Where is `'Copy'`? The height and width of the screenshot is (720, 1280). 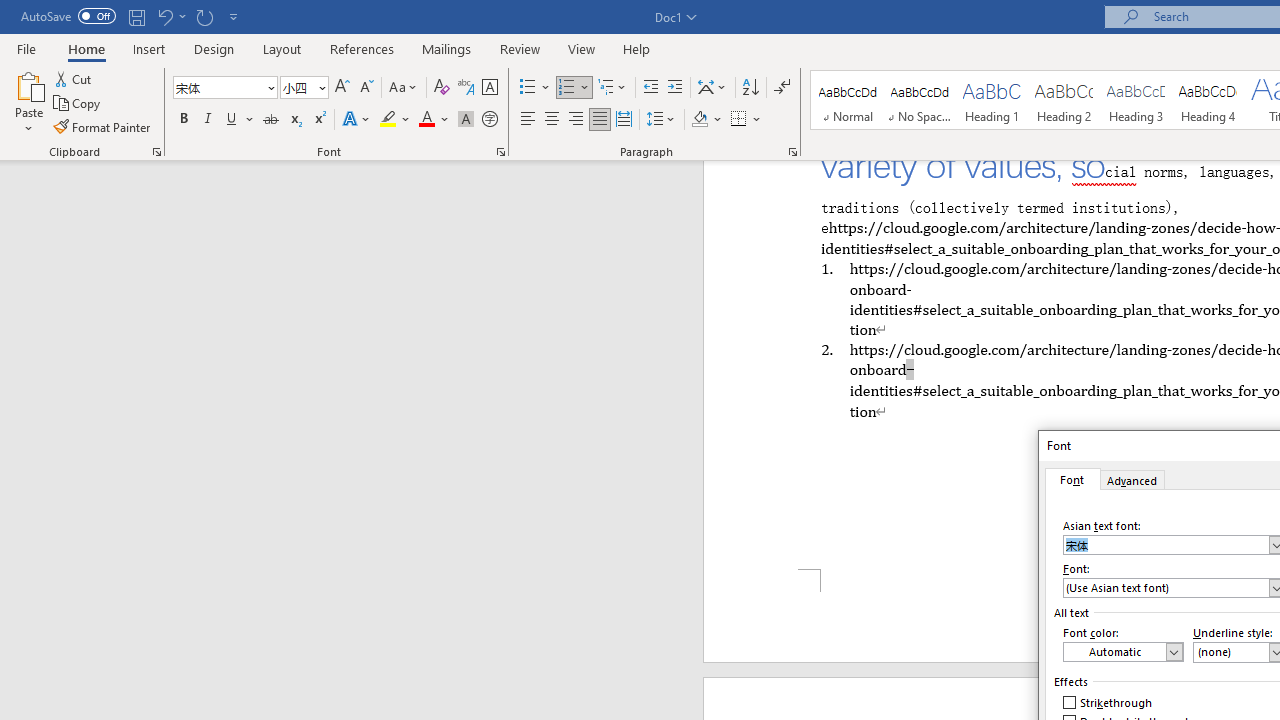
'Copy' is located at coordinates (78, 103).